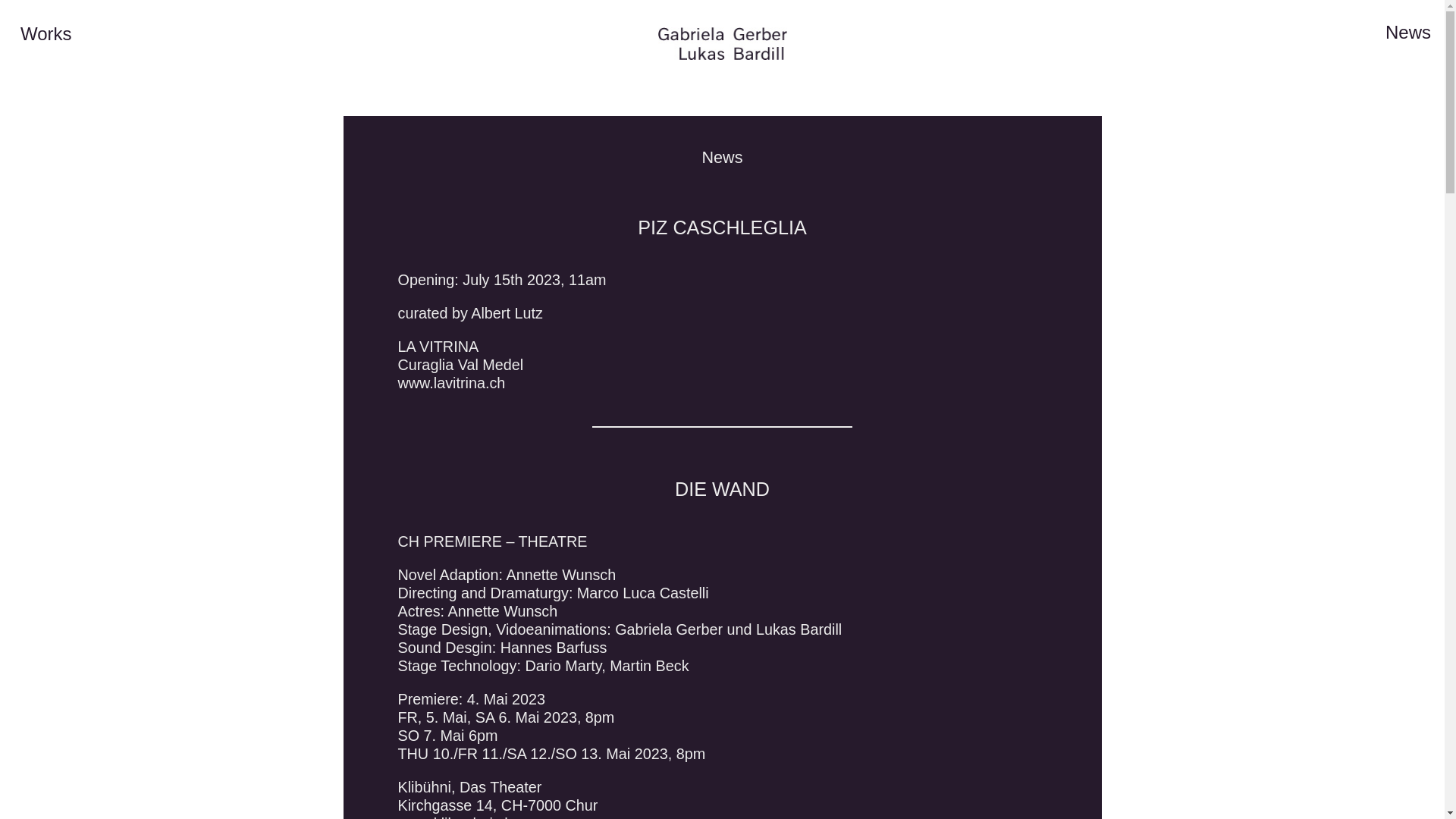  What do you see at coordinates (46, 34) in the screenshot?
I see `'Works'` at bounding box center [46, 34].